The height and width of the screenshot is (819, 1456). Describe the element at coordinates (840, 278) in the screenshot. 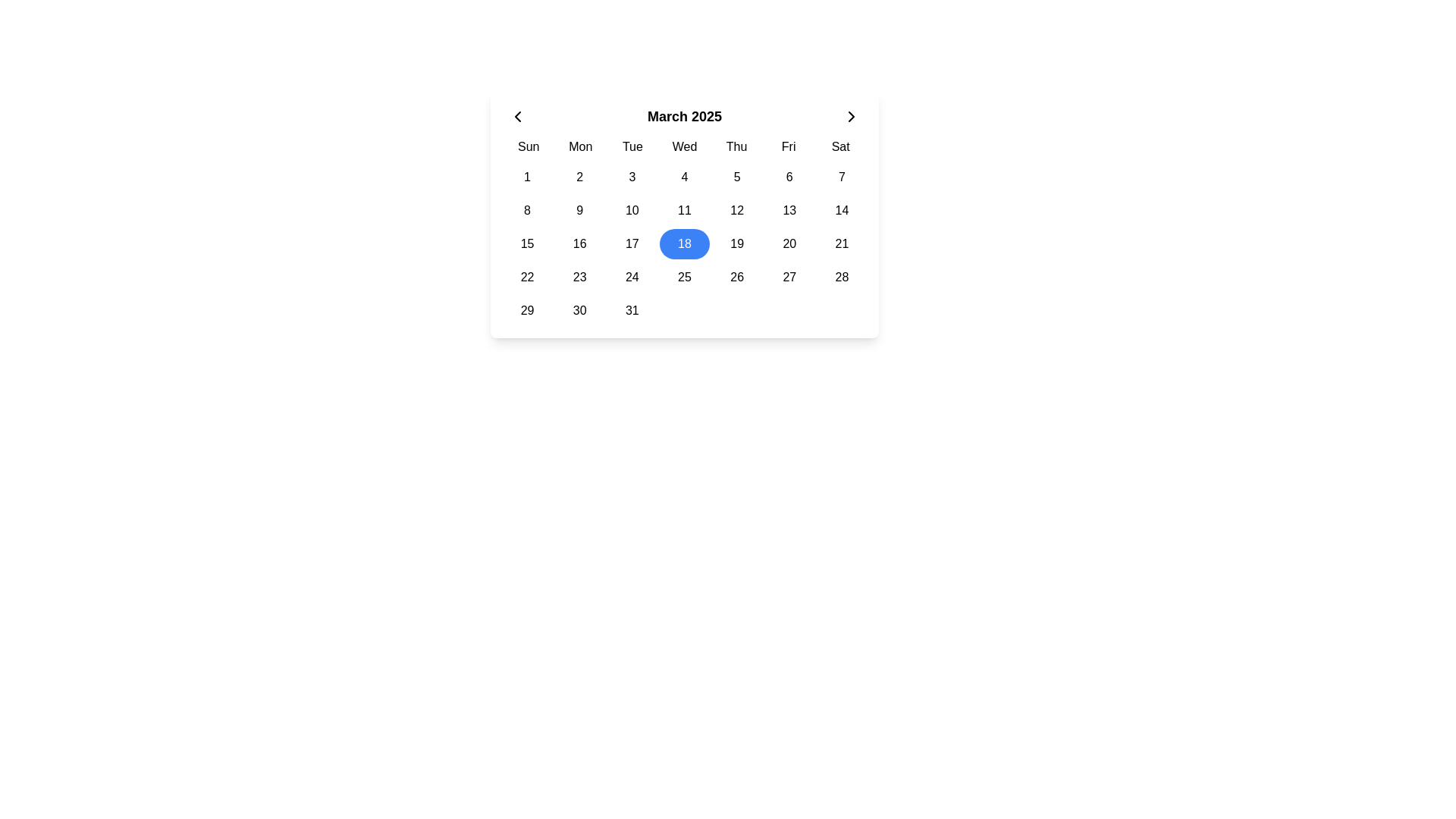

I see `on the selectable date button for March 28, 2025, located in the seventh column of the calendar interface` at that location.